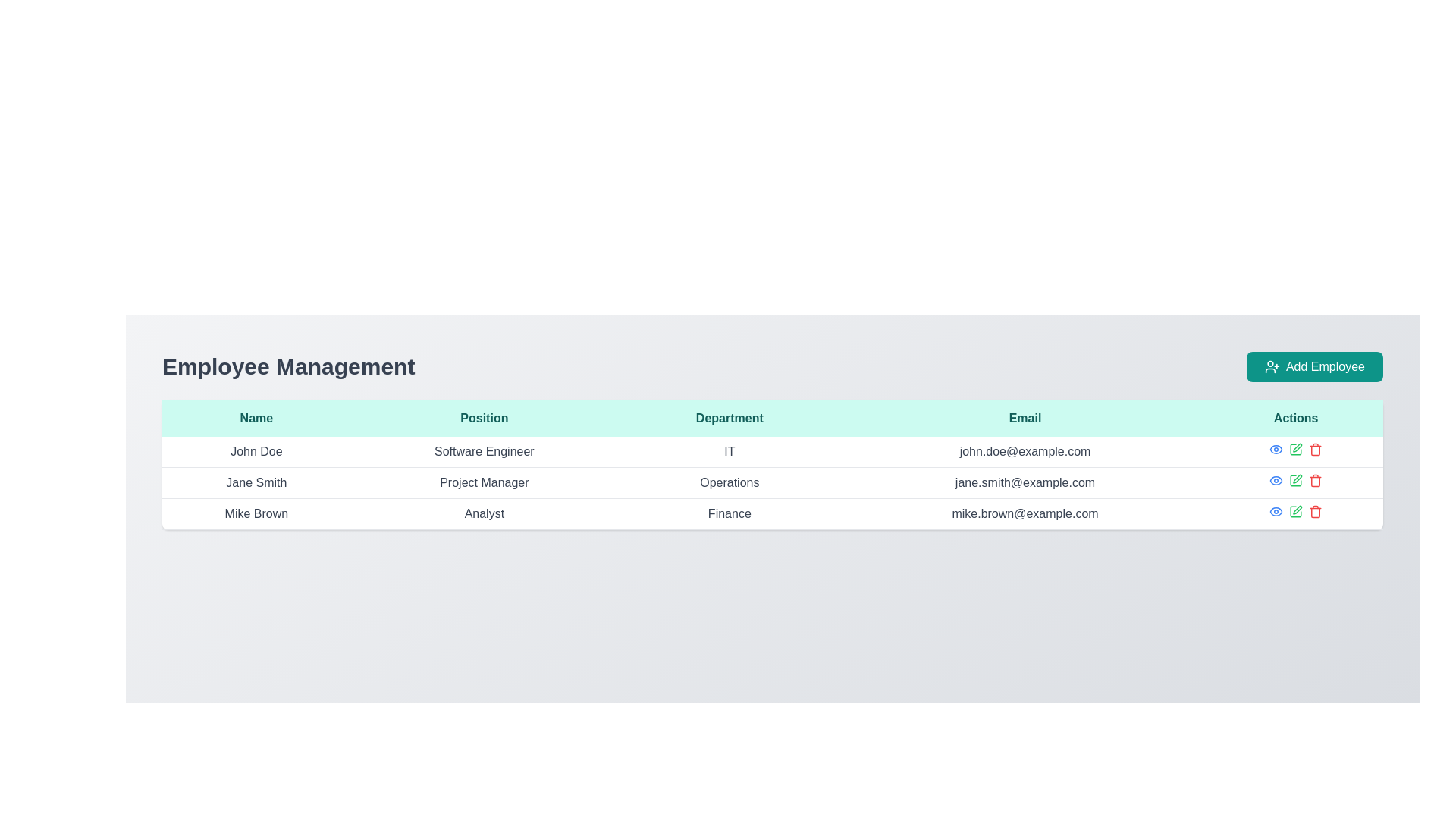 The width and height of the screenshot is (1456, 819). Describe the element at coordinates (256, 513) in the screenshot. I see `the static text element displaying 'Mike Brown', which is located in the third row of the table under the 'Name' column` at that location.